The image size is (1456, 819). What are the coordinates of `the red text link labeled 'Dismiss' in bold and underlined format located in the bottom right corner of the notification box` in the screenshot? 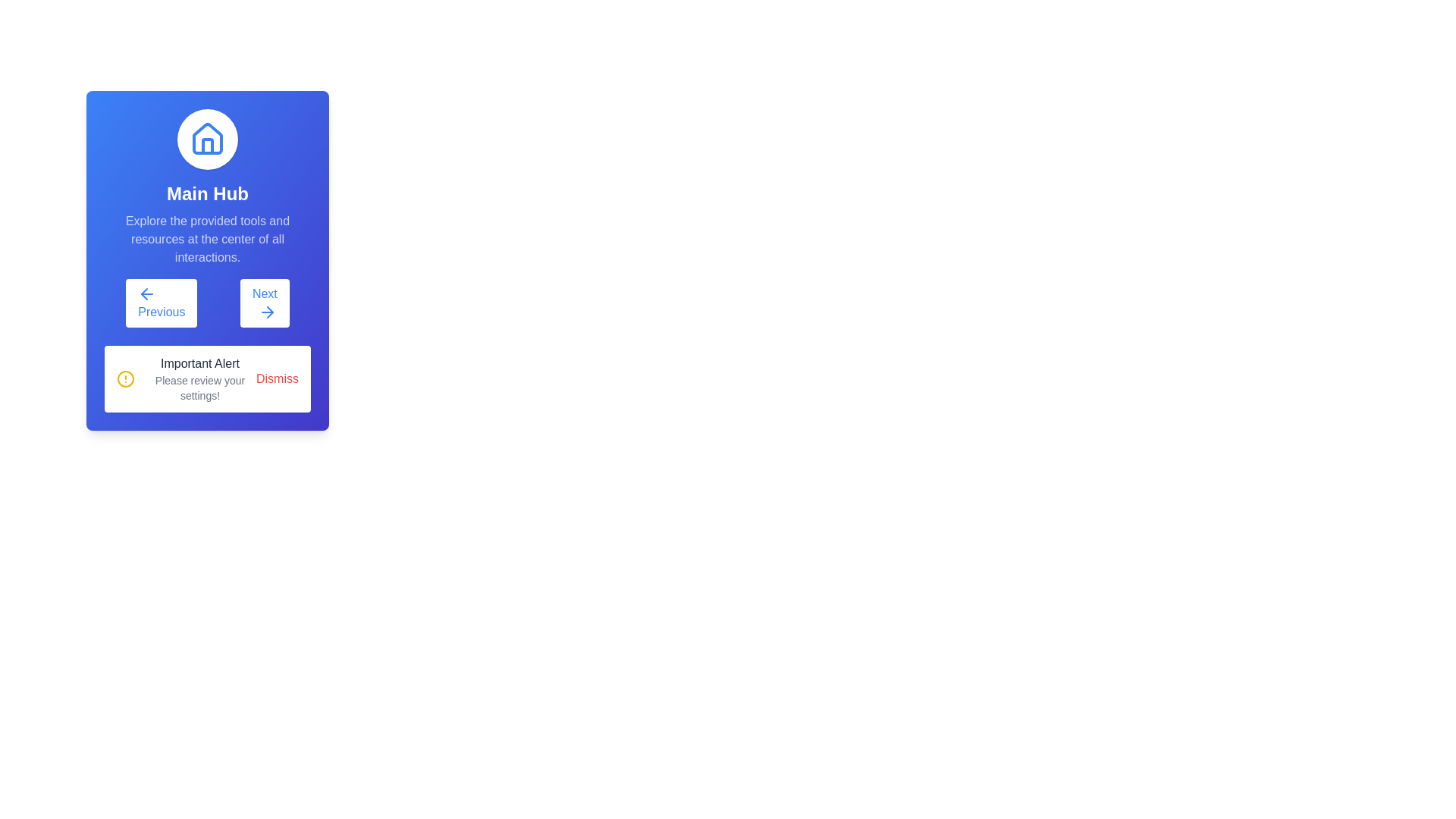 It's located at (277, 378).